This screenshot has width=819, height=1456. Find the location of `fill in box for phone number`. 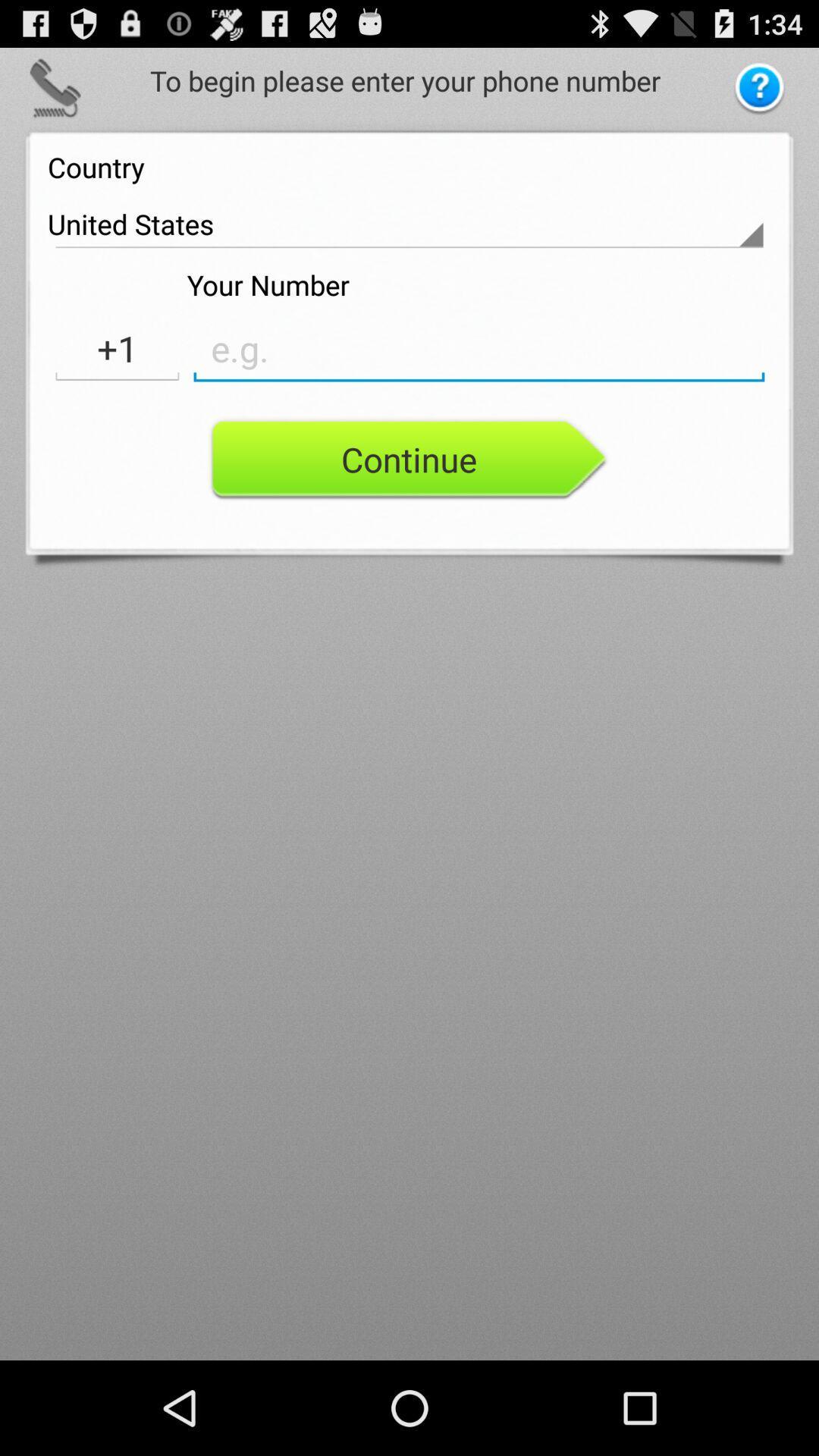

fill in box for phone number is located at coordinates (479, 348).